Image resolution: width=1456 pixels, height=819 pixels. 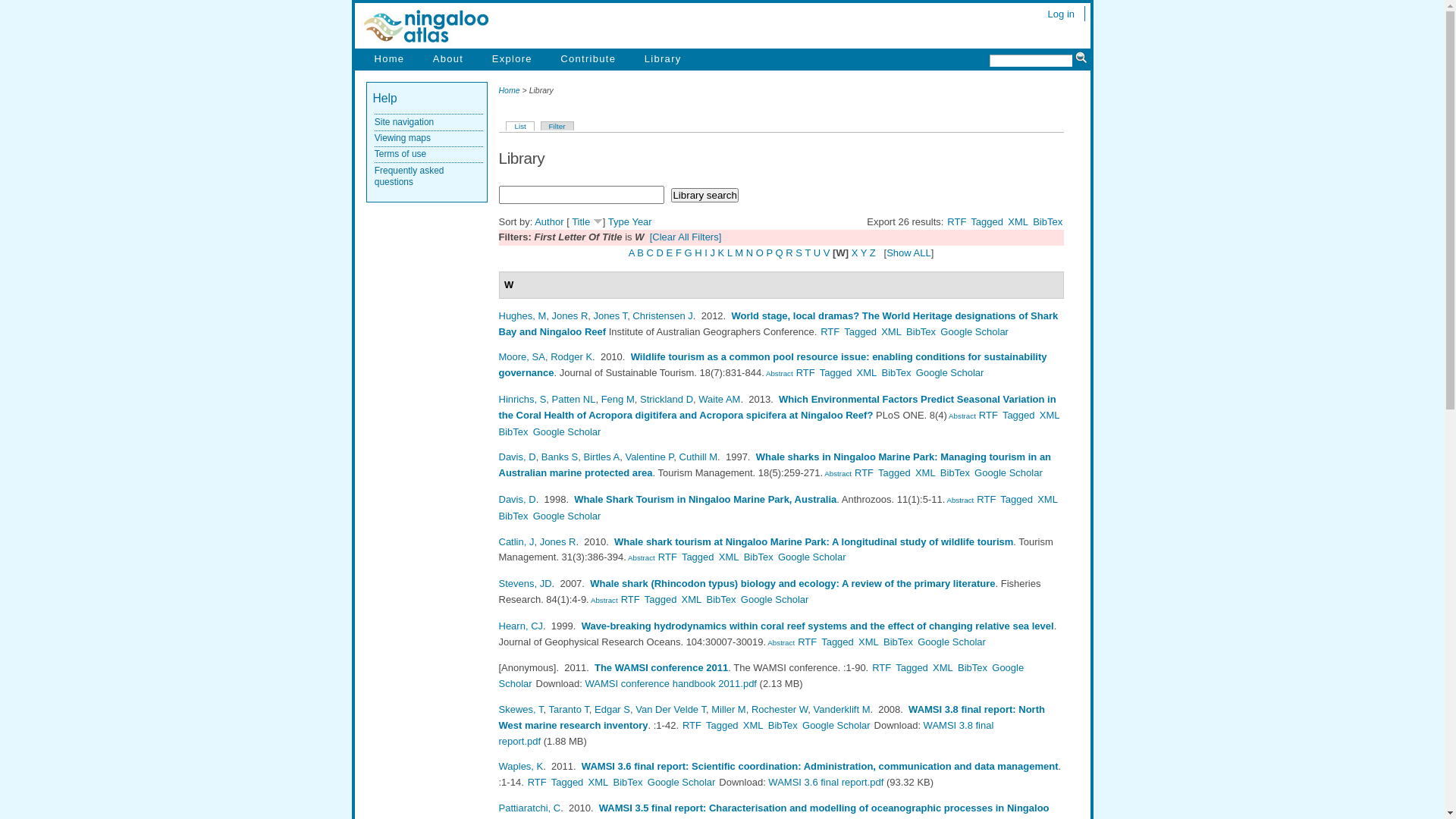 What do you see at coordinates (694, 252) in the screenshot?
I see `'H'` at bounding box center [694, 252].